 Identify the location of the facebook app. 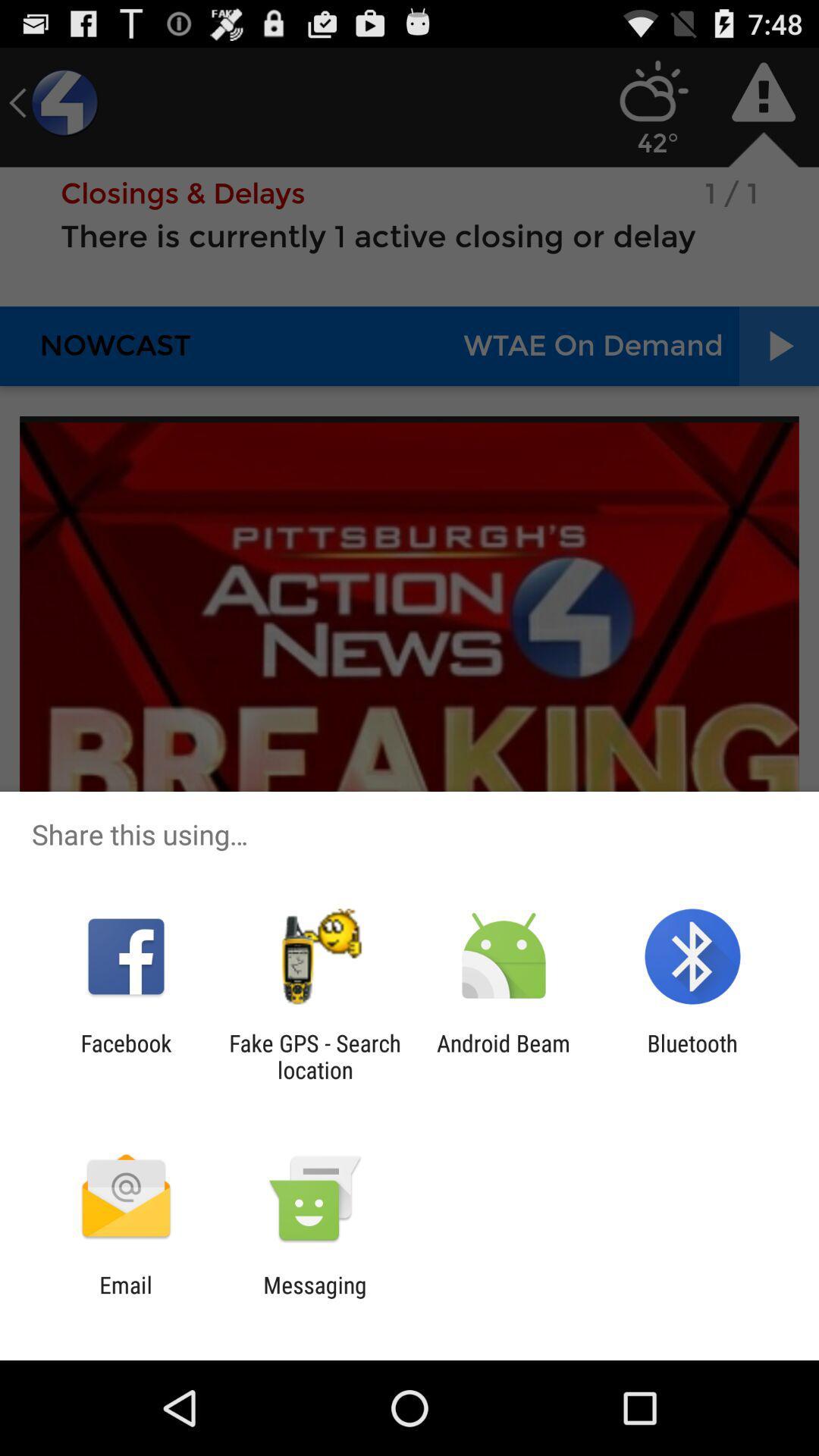
(125, 1056).